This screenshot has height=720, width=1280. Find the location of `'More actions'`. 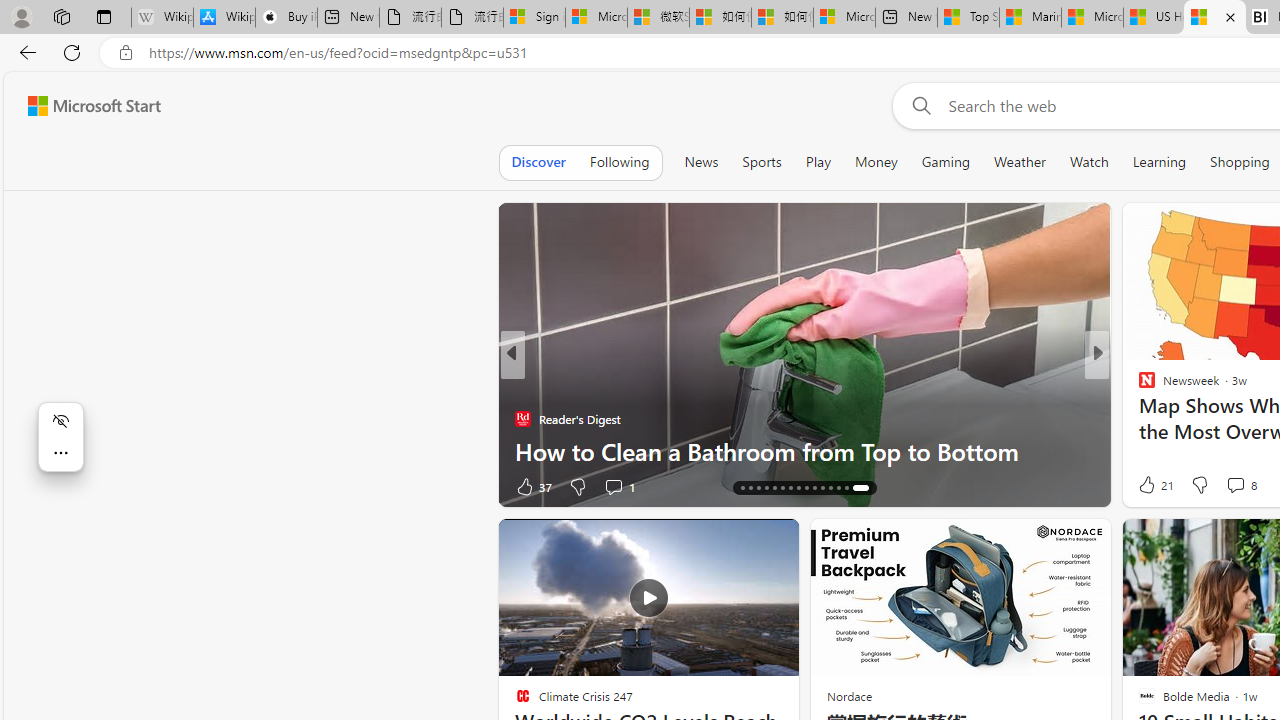

'More actions' is located at coordinates (60, 452).